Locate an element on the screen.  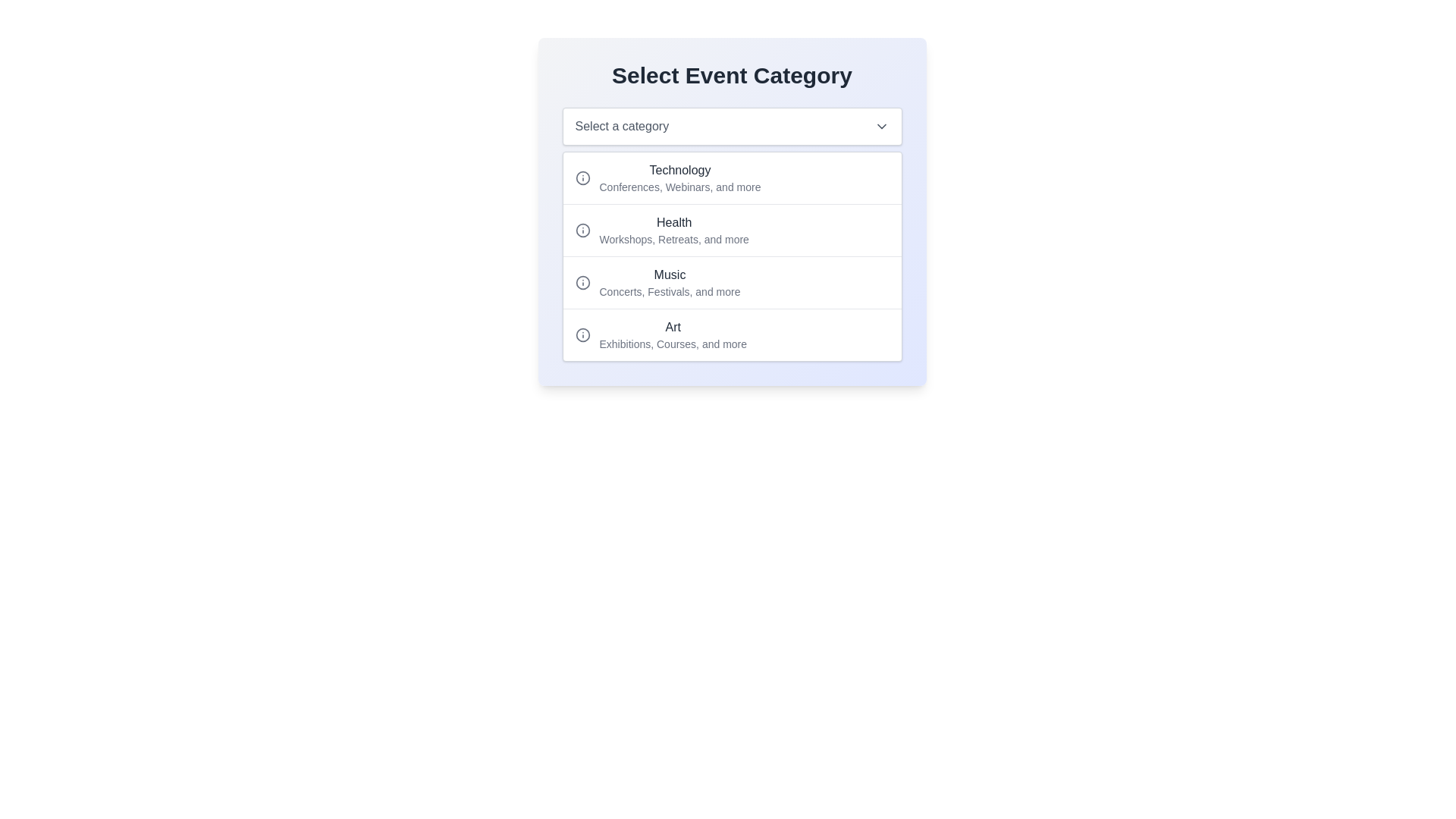
the drop-down menu icon located to the far-right of the 'Select a category' section is located at coordinates (881, 125).